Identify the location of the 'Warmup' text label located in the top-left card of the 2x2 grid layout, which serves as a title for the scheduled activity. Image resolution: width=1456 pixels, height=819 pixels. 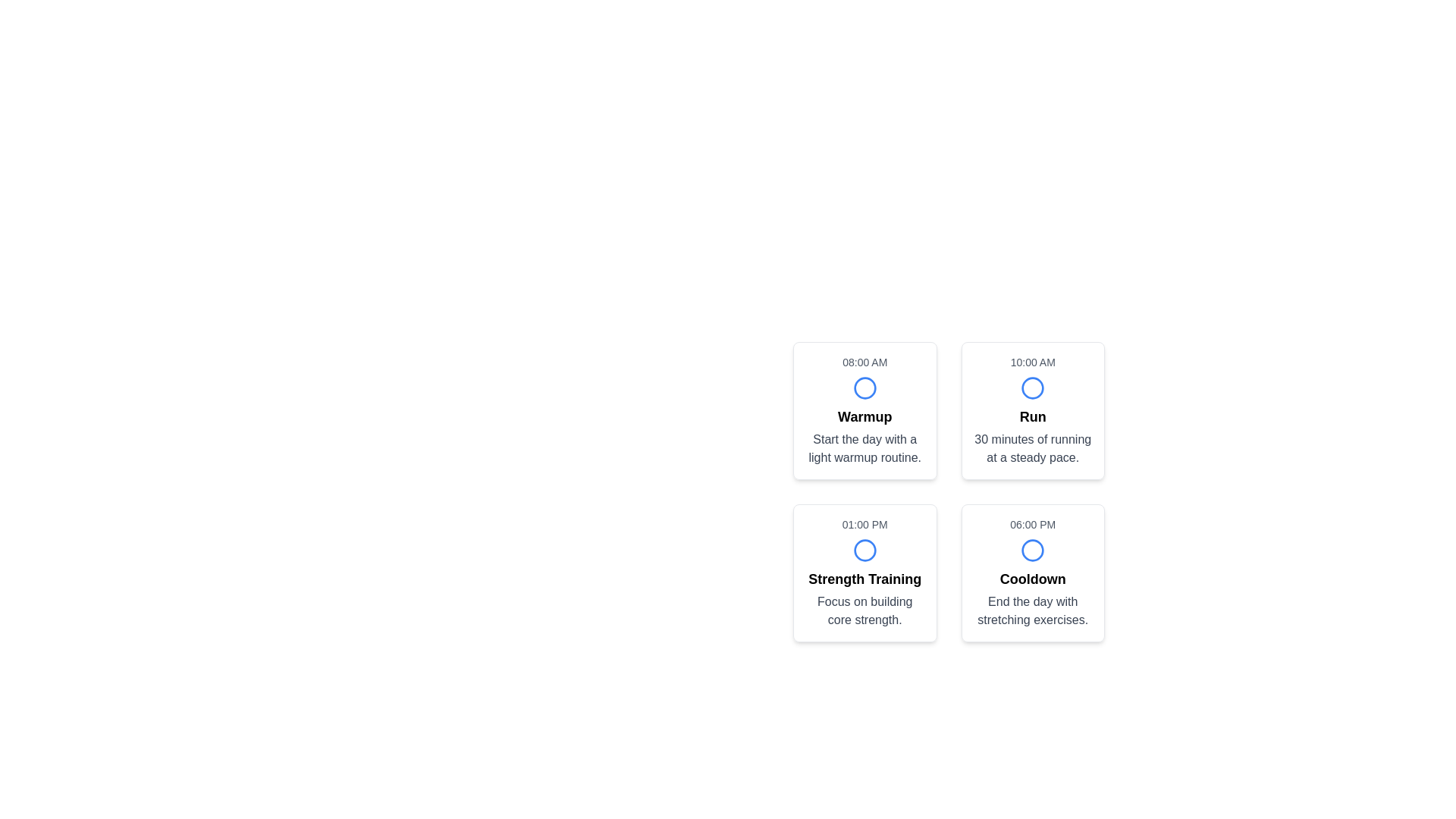
(864, 417).